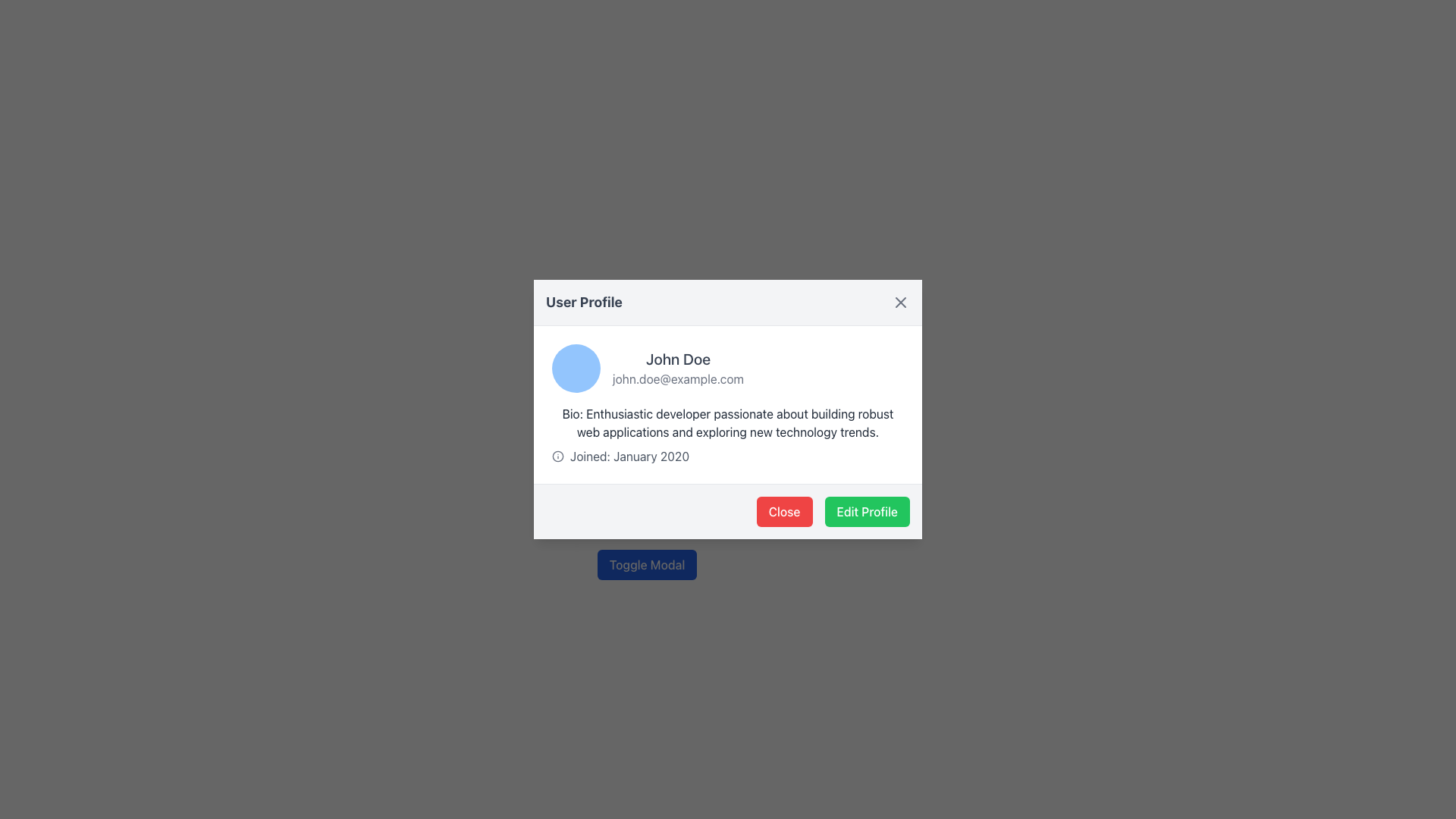  I want to click on the informational icon located to the left of the 'Joined: January 2020' text, so click(557, 455).